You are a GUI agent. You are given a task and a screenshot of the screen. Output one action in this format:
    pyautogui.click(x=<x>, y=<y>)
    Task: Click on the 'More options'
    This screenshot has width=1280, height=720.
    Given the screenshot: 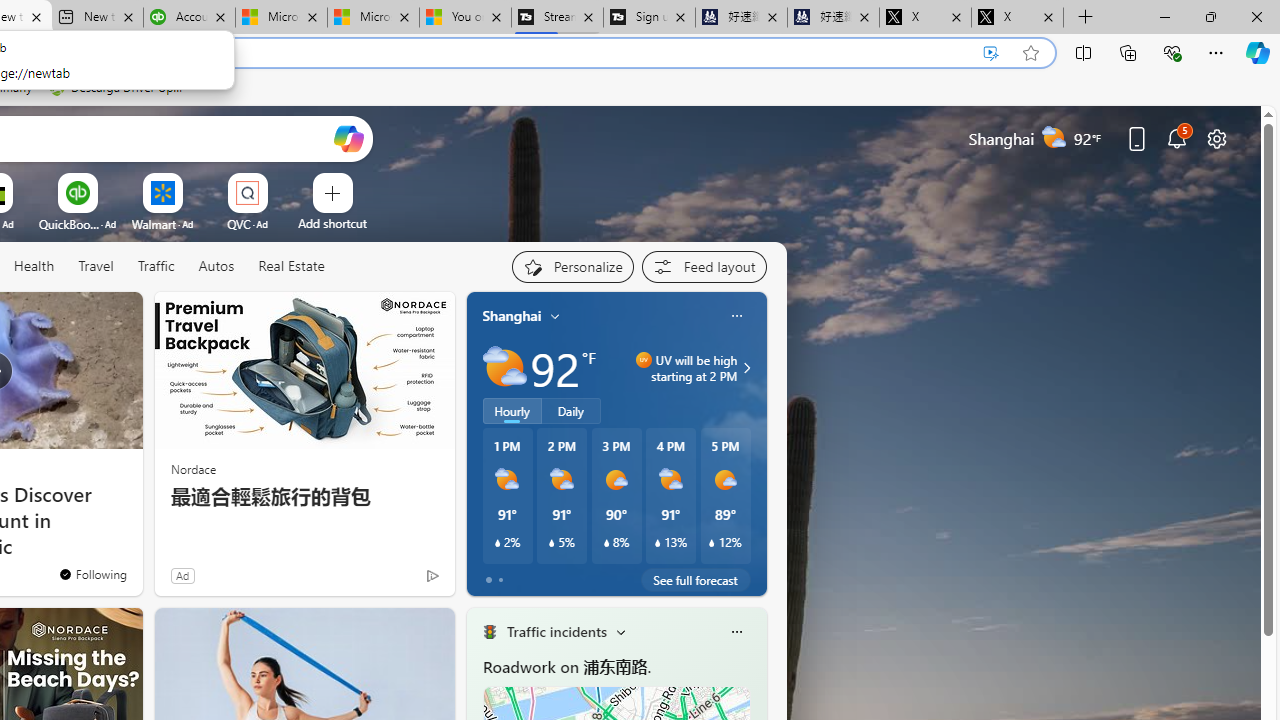 What is the action you would take?
    pyautogui.click(x=735, y=631)
    